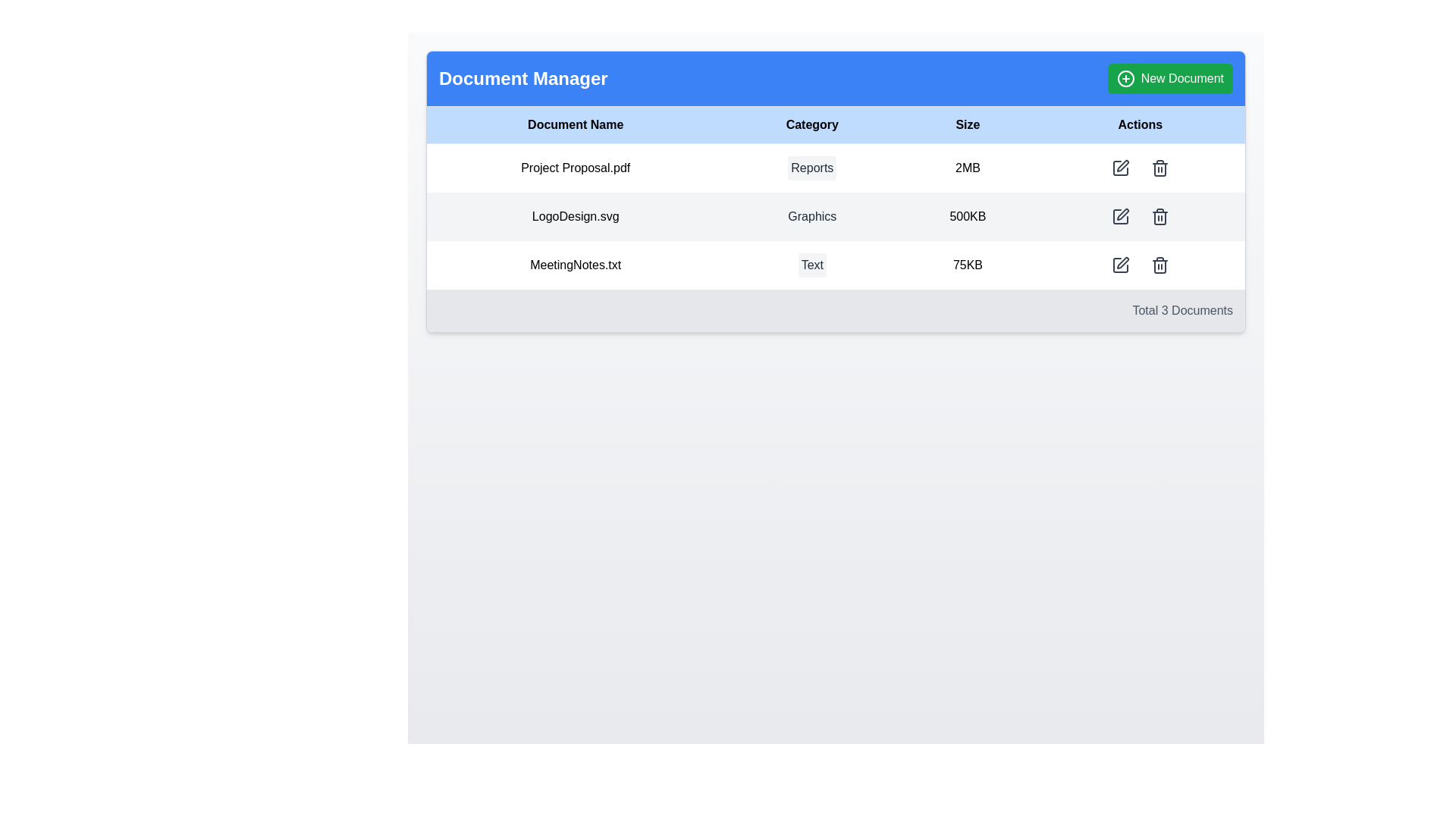 This screenshot has height=819, width=1456. Describe the element at coordinates (1120, 216) in the screenshot. I see `the vector graphic line forming a square within the 'Actions' column of the second row labeled 'LogoDesign.svg'` at that location.